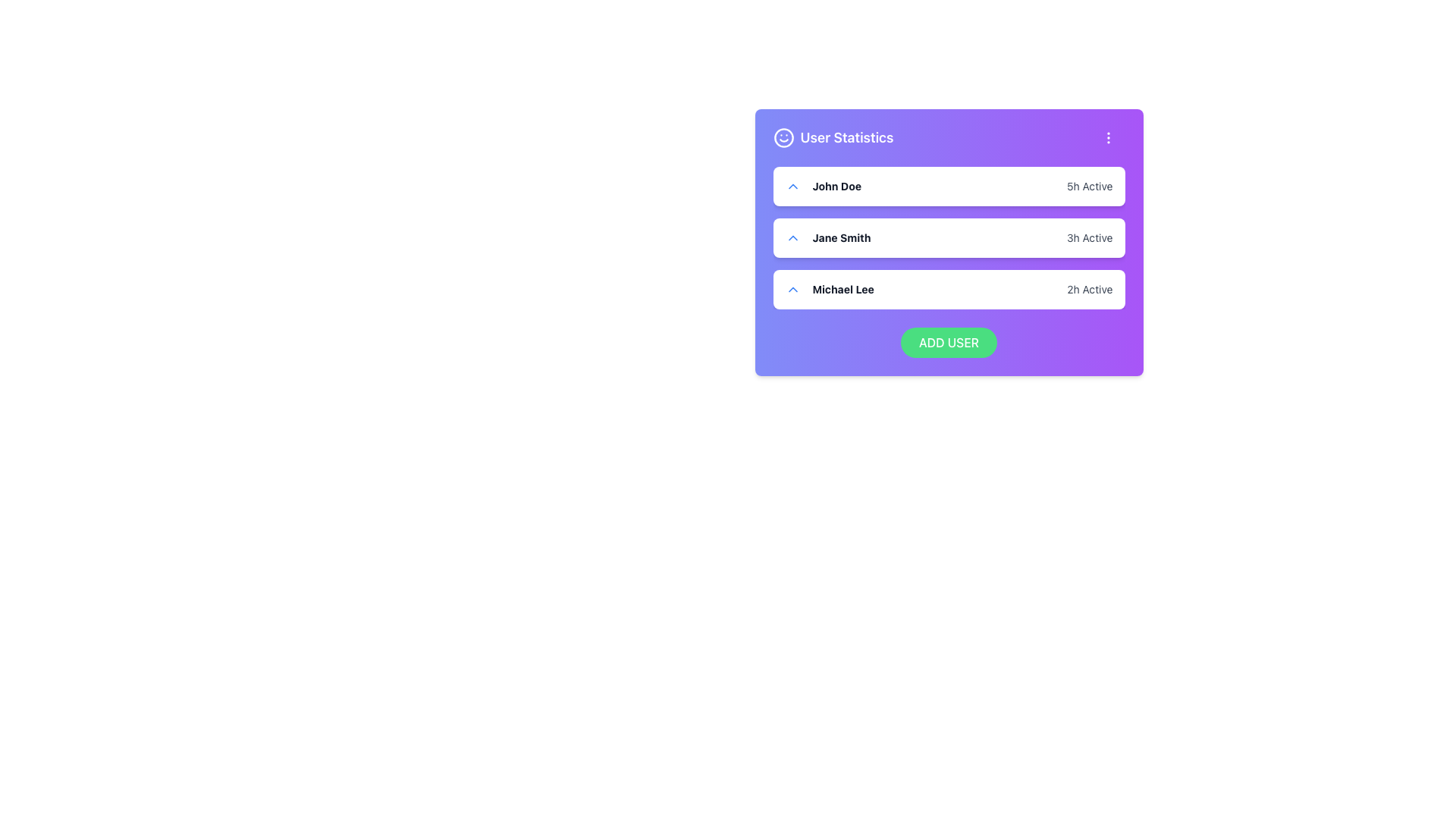  Describe the element at coordinates (1108, 137) in the screenshot. I see `the options icon located in the top-right corner of the panel with a purple gradient background` at that location.